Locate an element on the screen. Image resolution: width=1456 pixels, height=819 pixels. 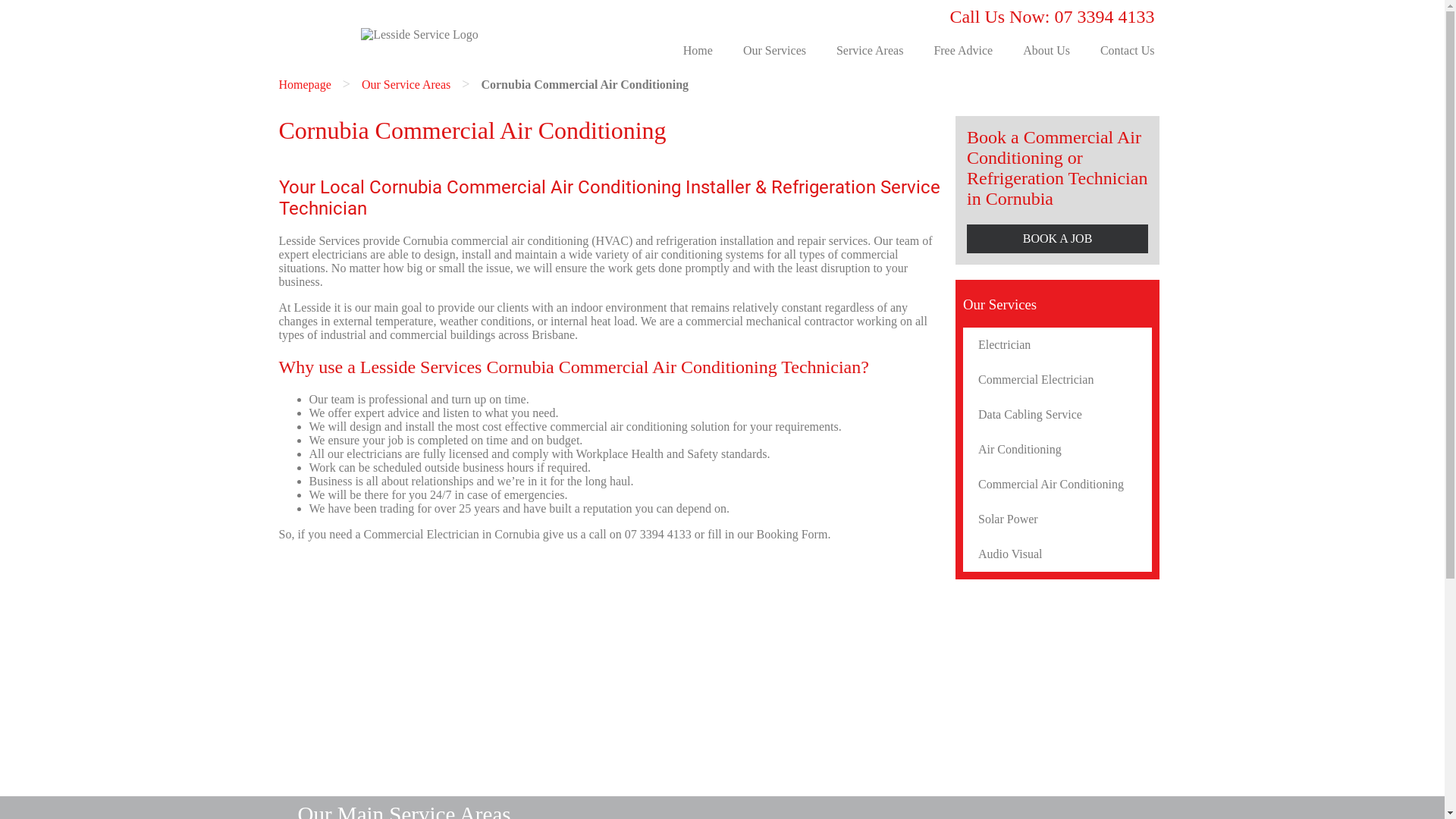
'Free Advice' is located at coordinates (917, 49).